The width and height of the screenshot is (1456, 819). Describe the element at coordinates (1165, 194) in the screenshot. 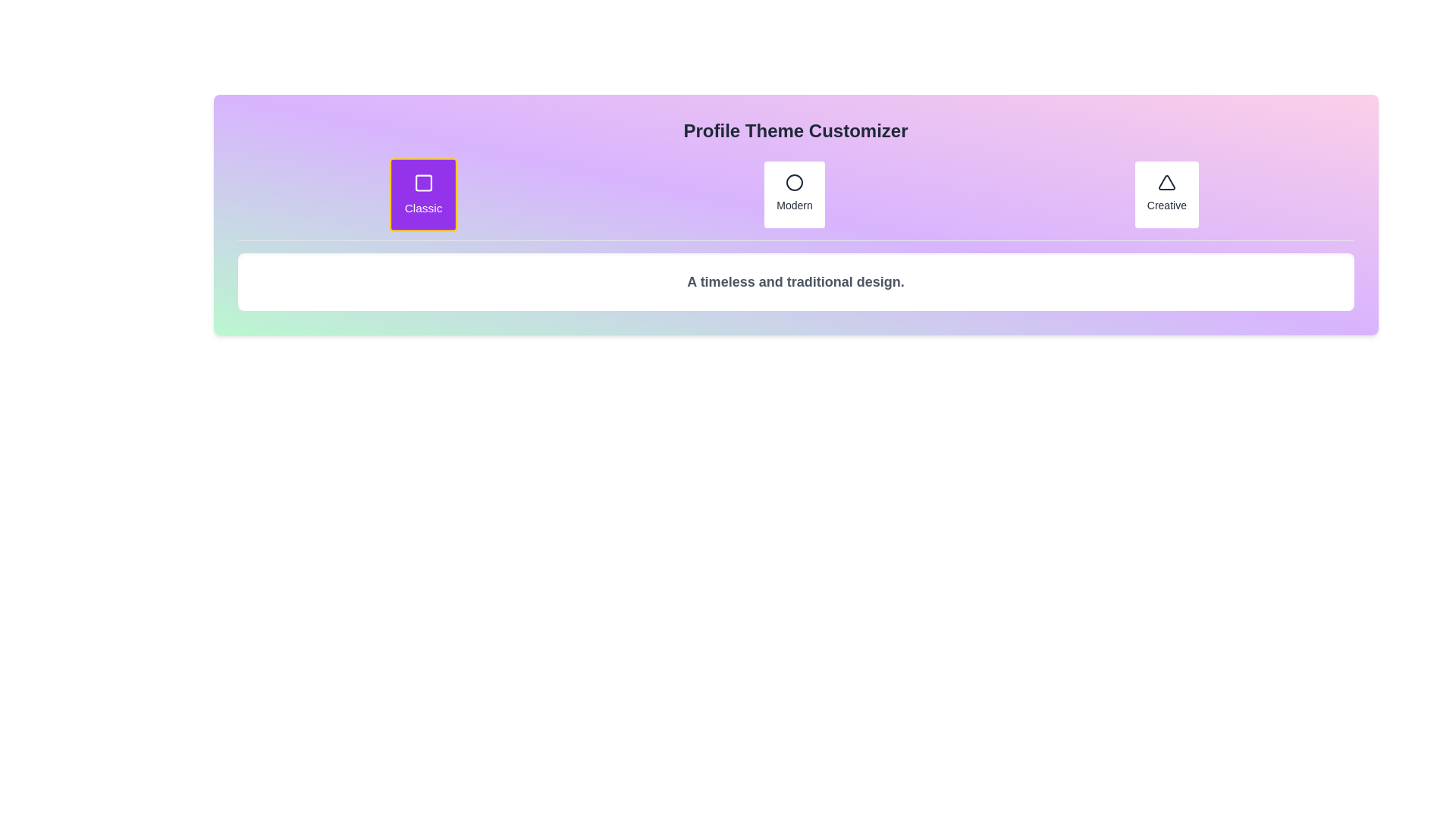

I see `the 'Creative' button, which is the third button in a horizontal row of three, featuring a white background, gray text, and a minimalist triangle icon above the text` at that location.